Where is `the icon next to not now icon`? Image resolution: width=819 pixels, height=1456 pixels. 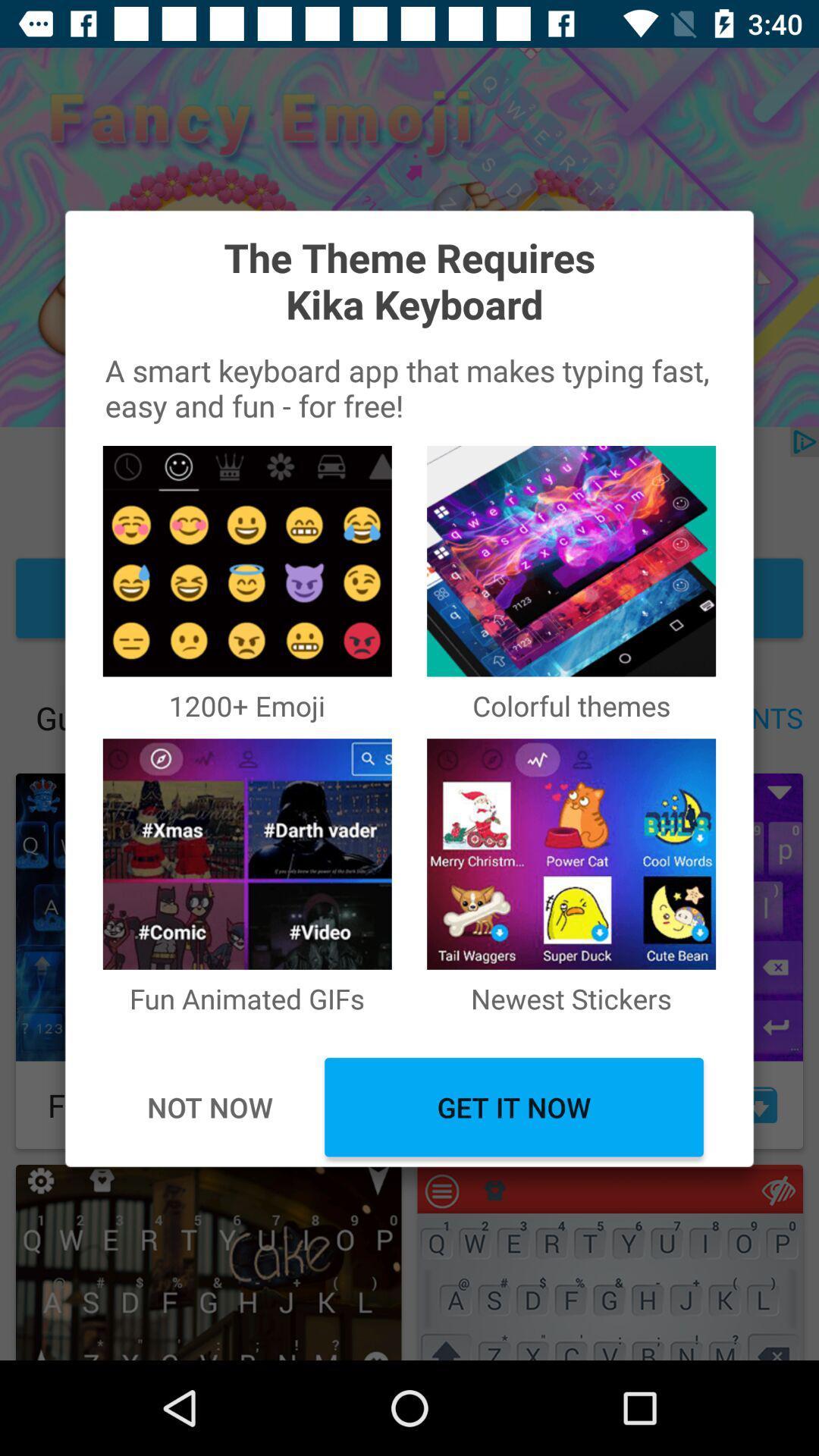 the icon next to not now icon is located at coordinates (513, 1107).